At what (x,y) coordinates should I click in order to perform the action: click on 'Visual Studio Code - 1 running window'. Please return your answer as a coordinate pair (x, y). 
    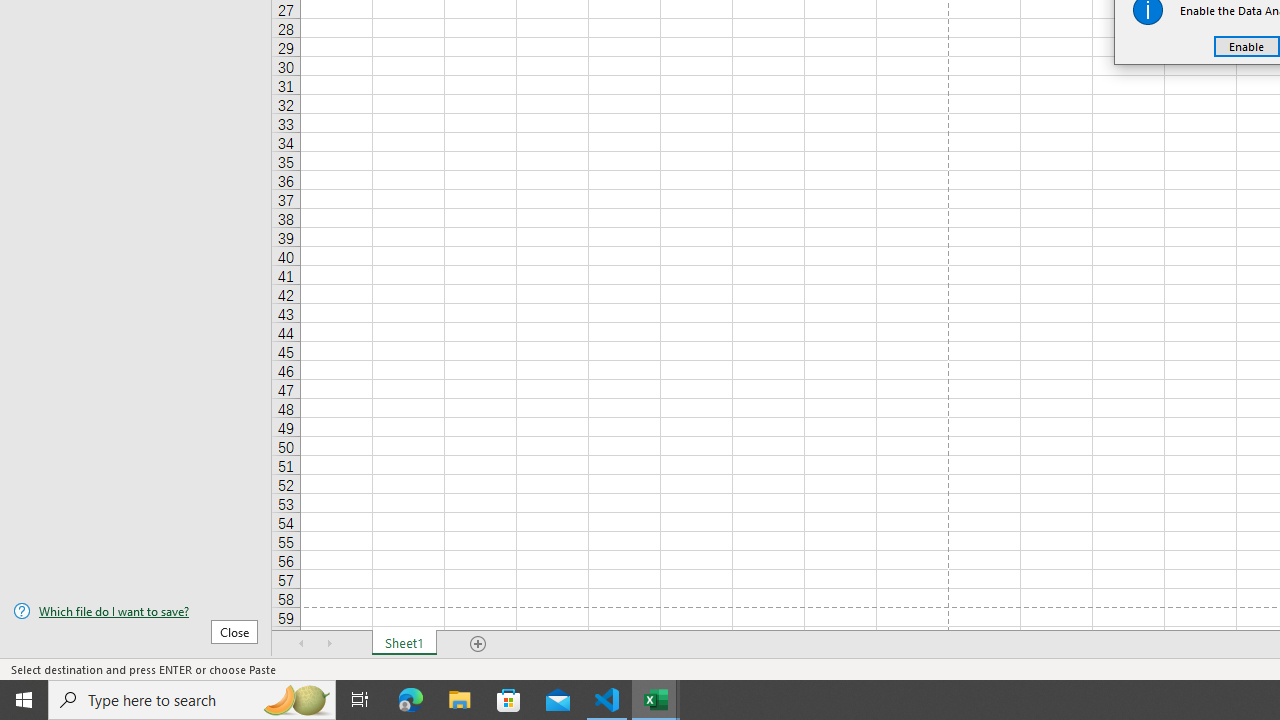
    Looking at the image, I should click on (606, 698).